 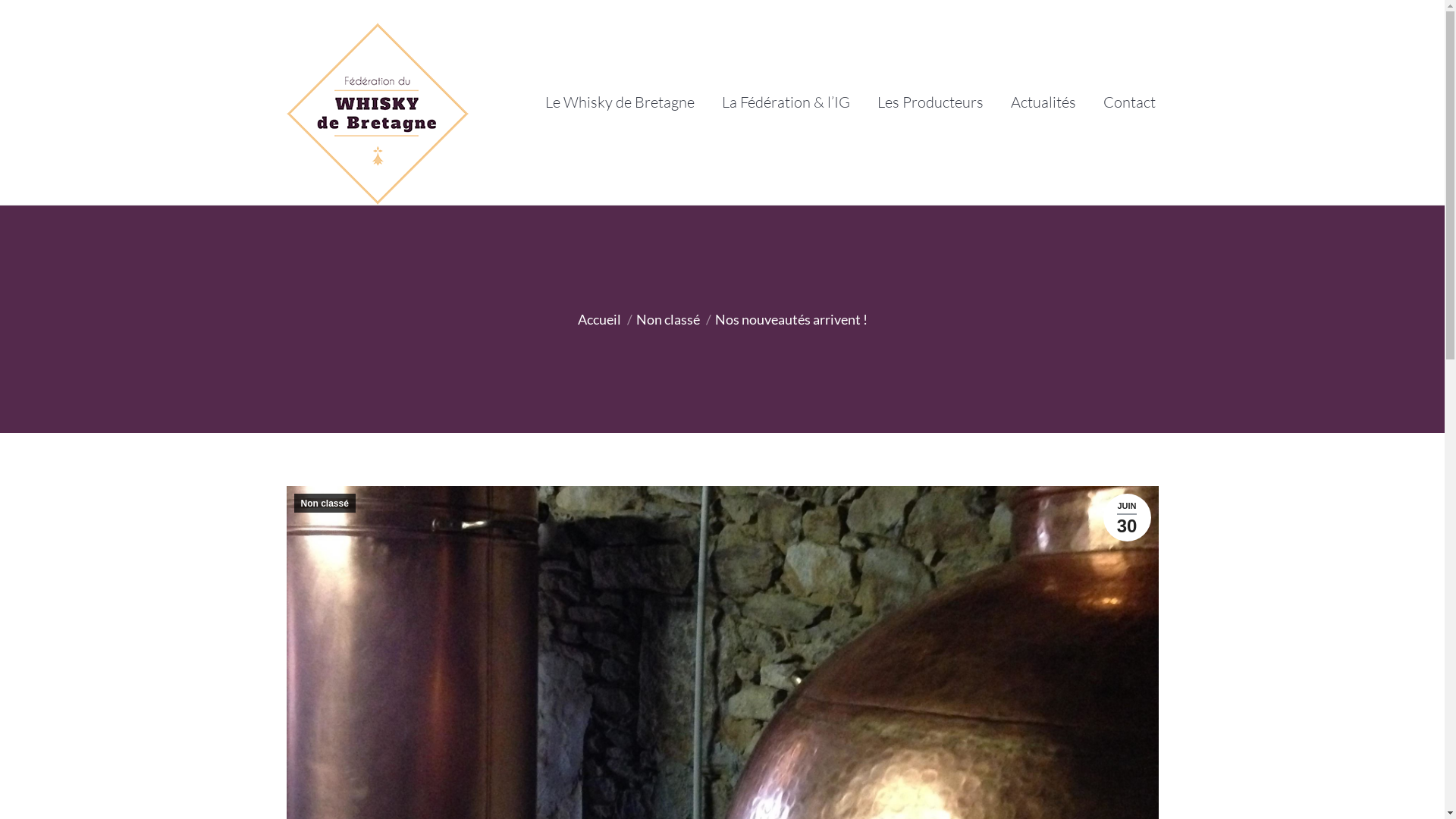 What do you see at coordinates (598, 318) in the screenshot?
I see `'Accueil'` at bounding box center [598, 318].